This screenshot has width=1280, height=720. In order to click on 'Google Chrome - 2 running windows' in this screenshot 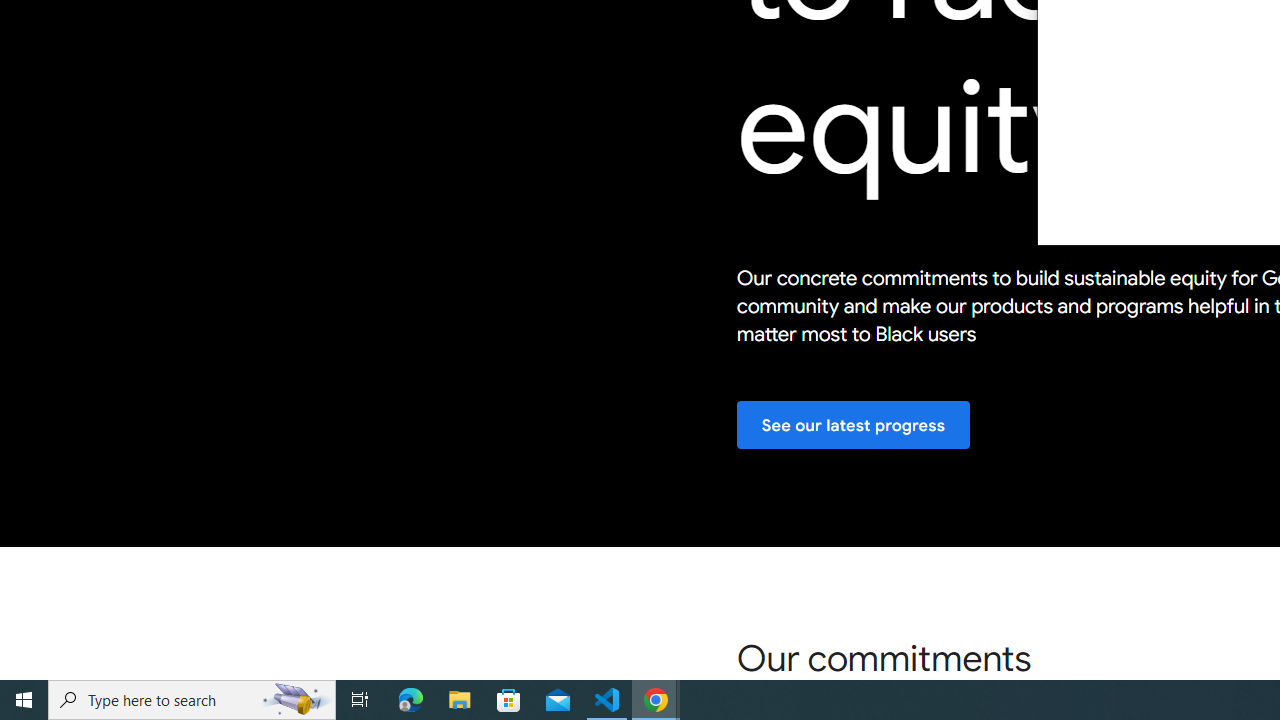, I will do `click(656, 698)`.